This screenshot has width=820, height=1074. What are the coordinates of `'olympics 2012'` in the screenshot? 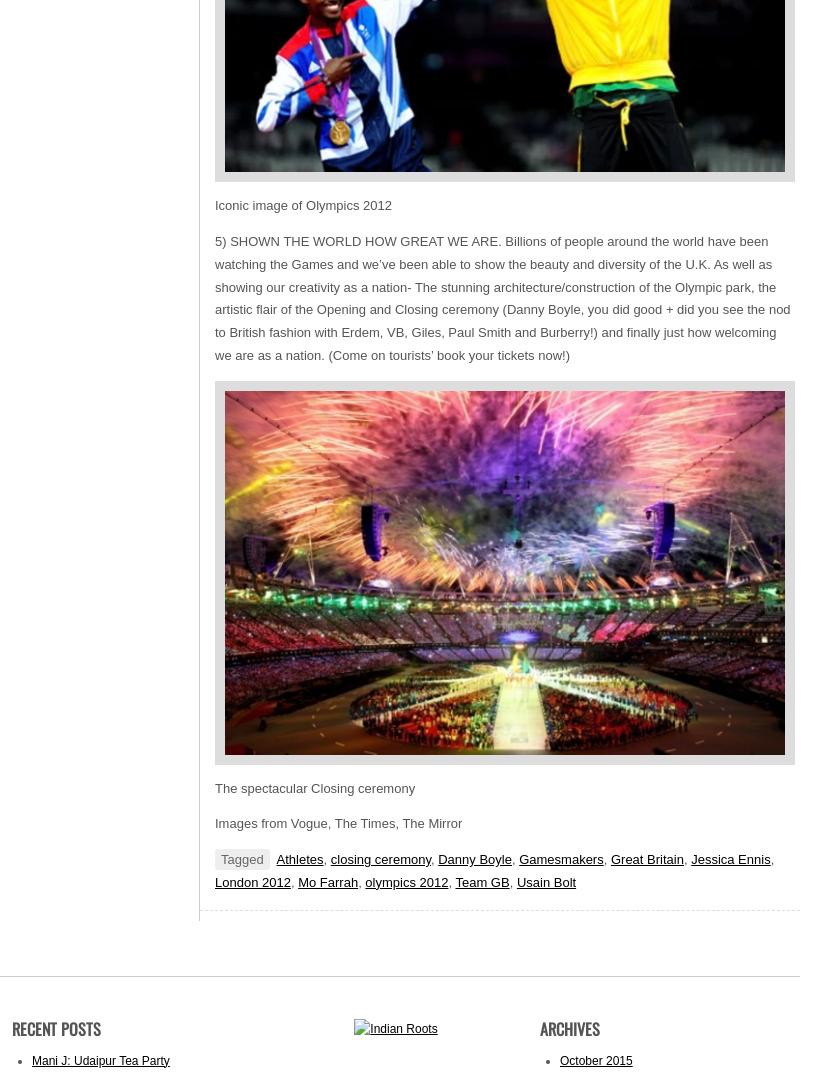 It's located at (406, 880).